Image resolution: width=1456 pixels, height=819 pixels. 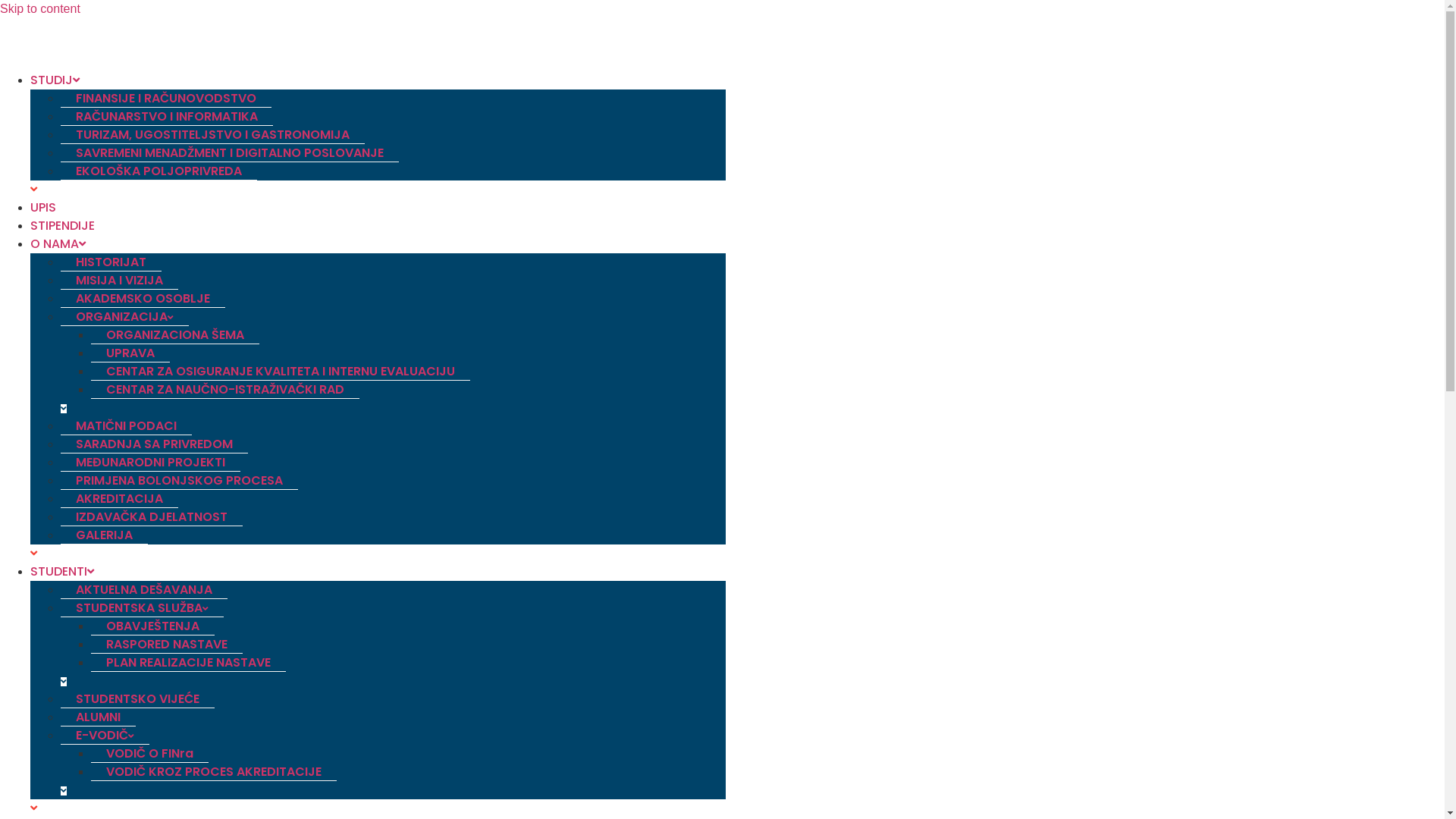 What do you see at coordinates (55, 80) in the screenshot?
I see `'STUDIJ'` at bounding box center [55, 80].